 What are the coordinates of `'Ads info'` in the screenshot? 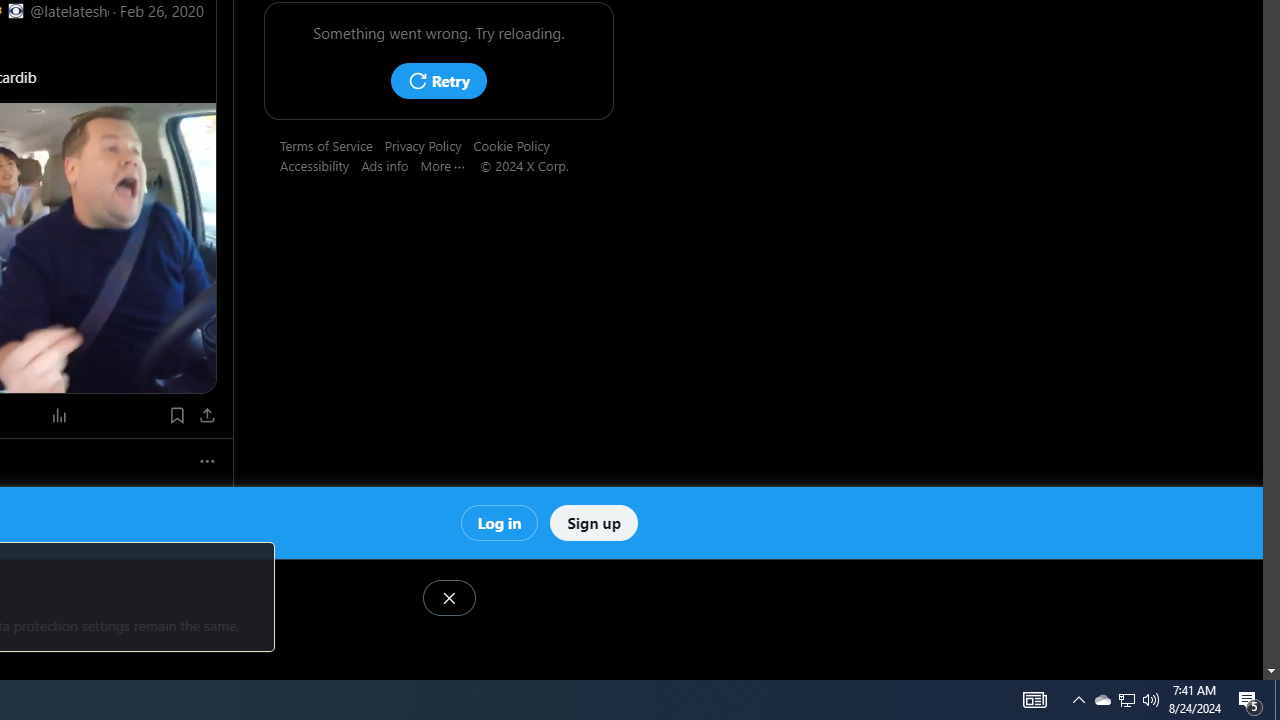 It's located at (391, 164).